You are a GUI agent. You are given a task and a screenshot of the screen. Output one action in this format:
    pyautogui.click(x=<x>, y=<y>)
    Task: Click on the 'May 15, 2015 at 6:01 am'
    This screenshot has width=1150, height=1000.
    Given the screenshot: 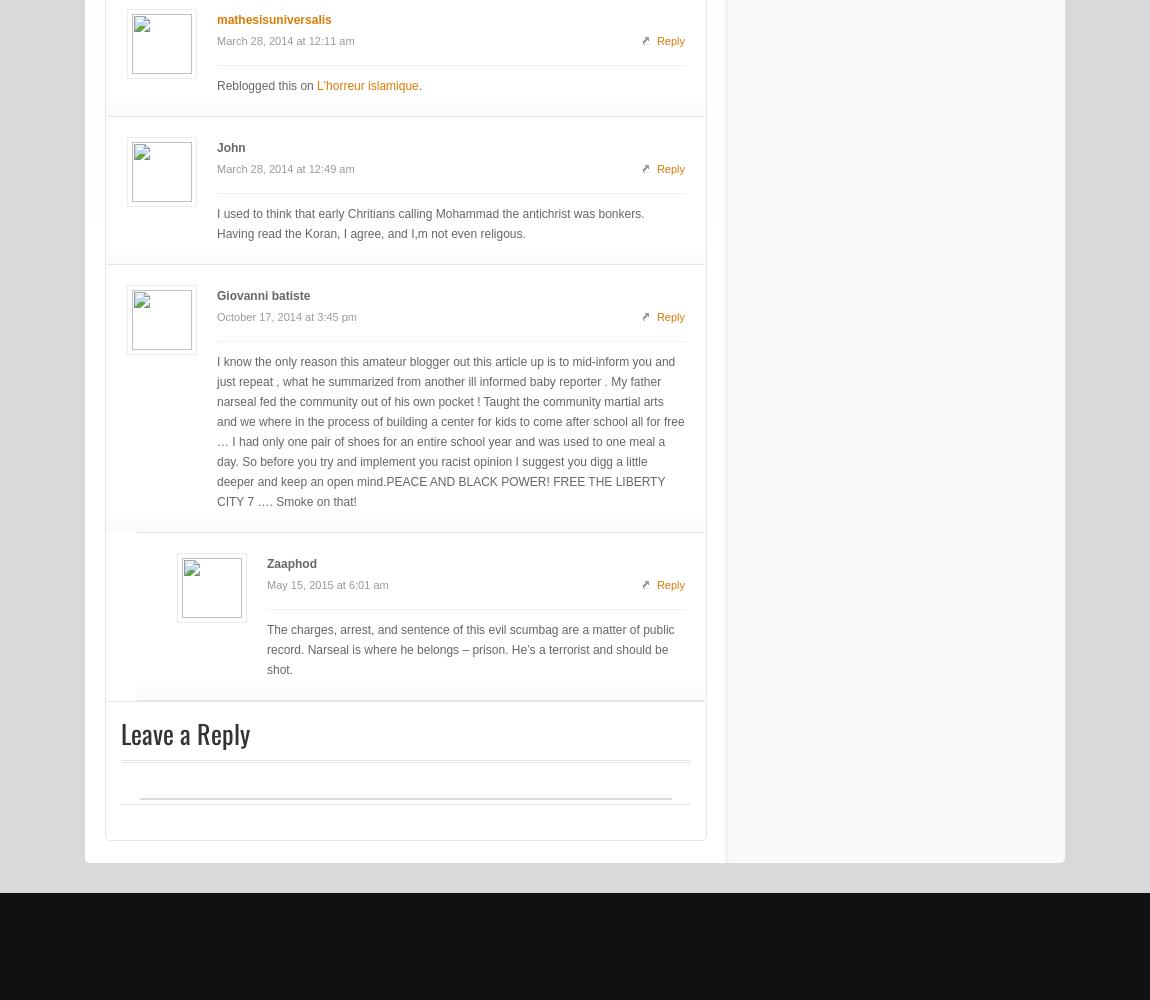 What is the action you would take?
    pyautogui.click(x=327, y=584)
    